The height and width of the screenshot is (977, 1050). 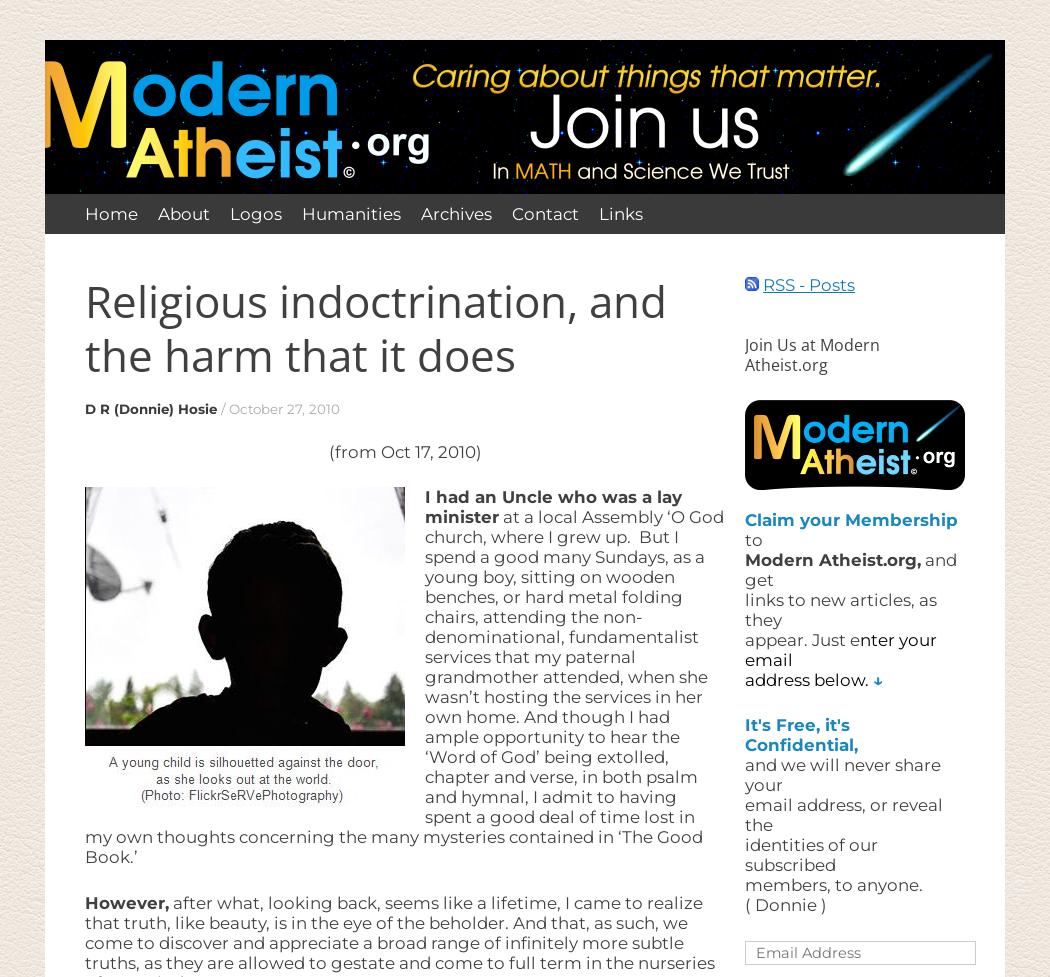 I want to click on 'Modern Atheist.org,', so click(x=743, y=559).